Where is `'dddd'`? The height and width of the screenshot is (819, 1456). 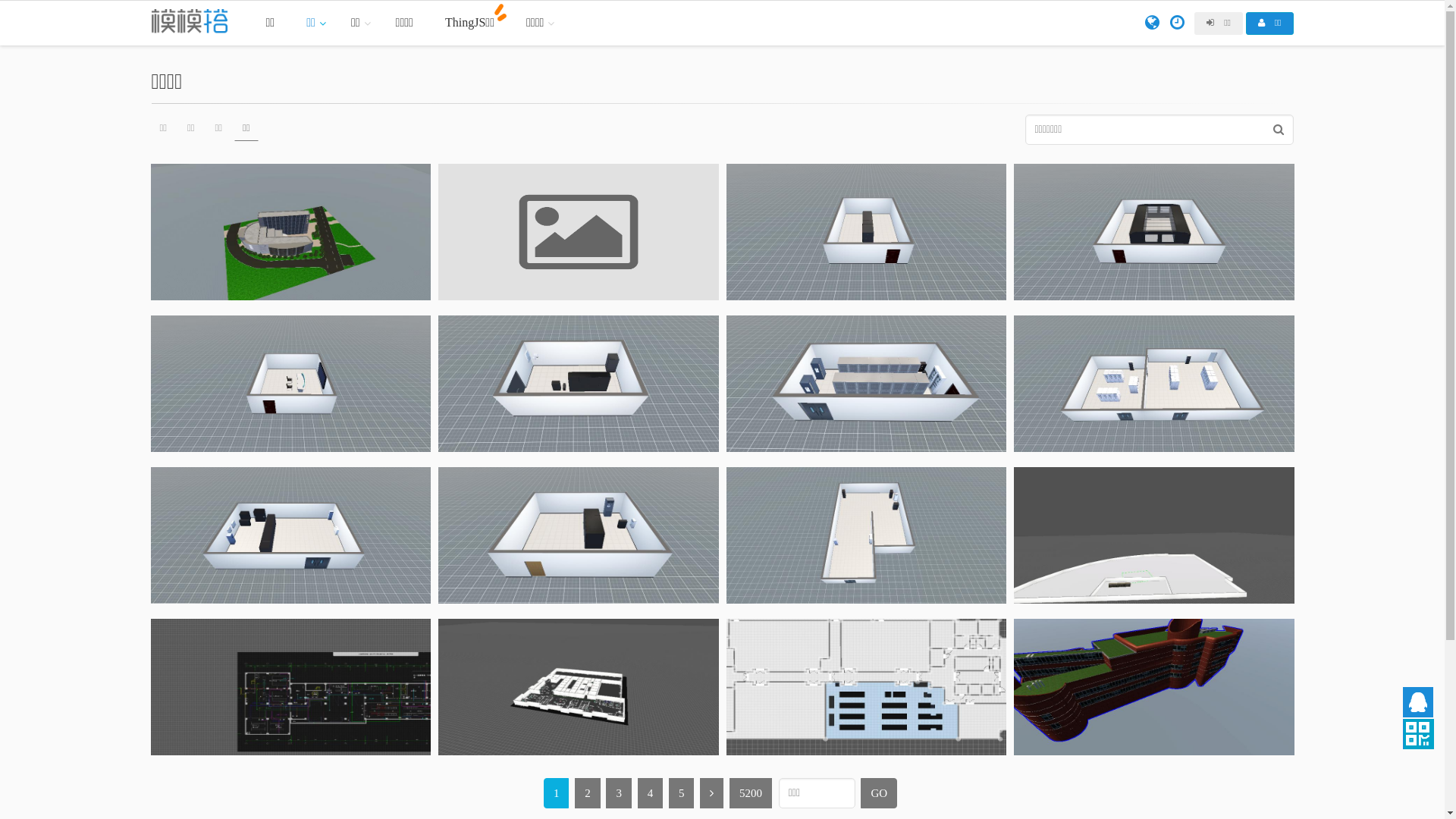
'dddd' is located at coordinates (437, 231).